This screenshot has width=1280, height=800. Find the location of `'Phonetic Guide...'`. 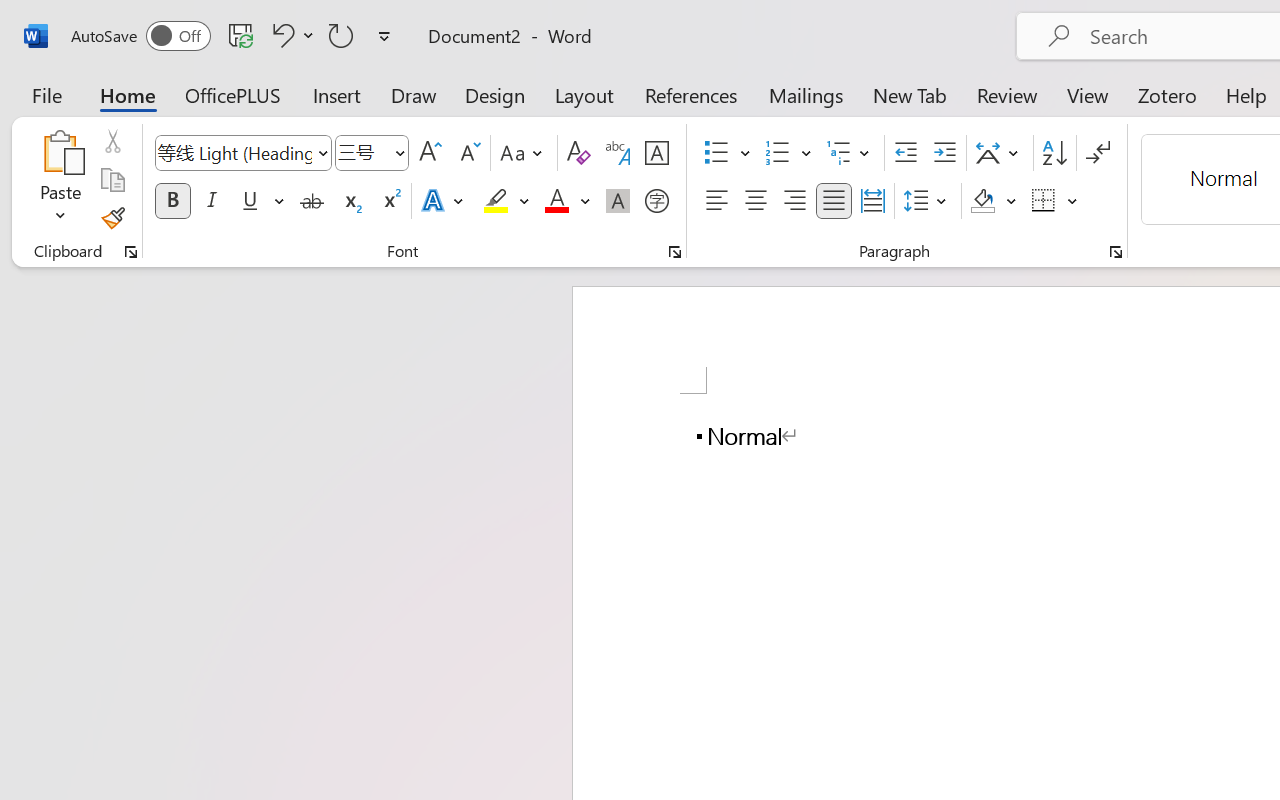

'Phonetic Guide...' is located at coordinates (617, 153).